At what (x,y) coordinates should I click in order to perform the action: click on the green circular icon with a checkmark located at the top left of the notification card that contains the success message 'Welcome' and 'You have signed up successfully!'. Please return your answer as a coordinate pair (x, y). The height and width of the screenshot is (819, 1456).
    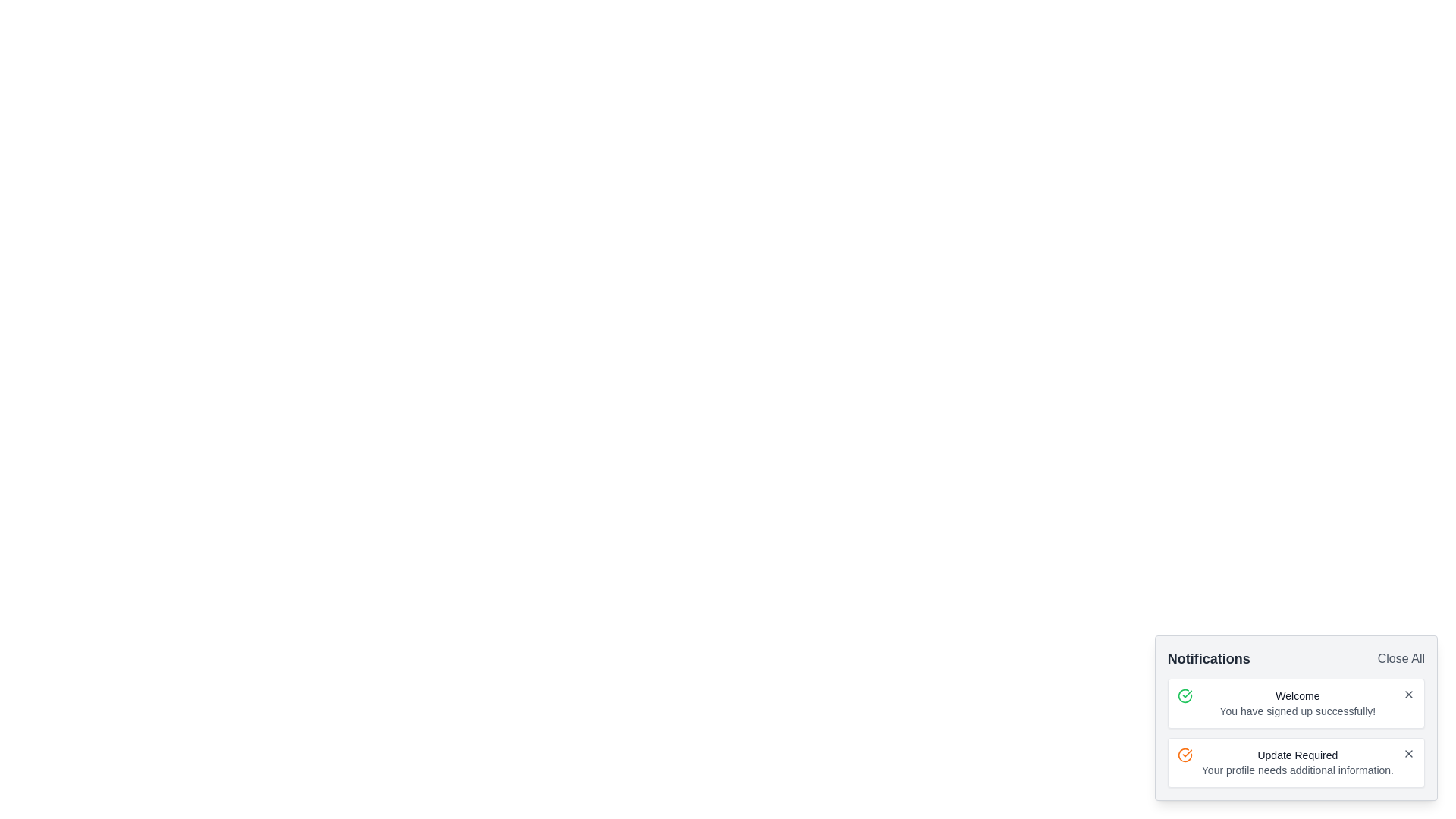
    Looking at the image, I should click on (1184, 696).